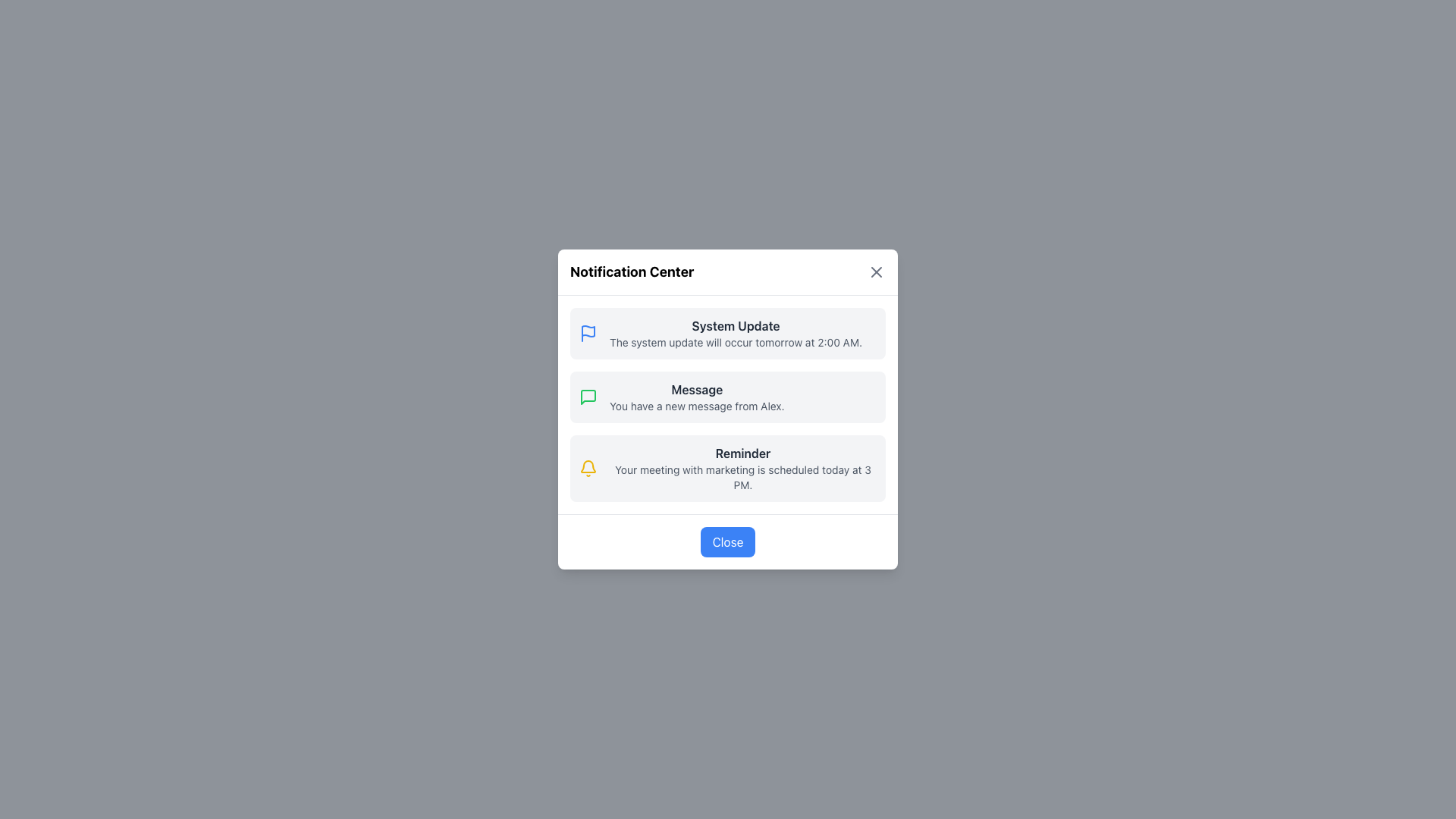 The width and height of the screenshot is (1456, 819). What do you see at coordinates (588, 332) in the screenshot?
I see `the small blue flag icon located at the far left of the 'System Update' notification box` at bounding box center [588, 332].